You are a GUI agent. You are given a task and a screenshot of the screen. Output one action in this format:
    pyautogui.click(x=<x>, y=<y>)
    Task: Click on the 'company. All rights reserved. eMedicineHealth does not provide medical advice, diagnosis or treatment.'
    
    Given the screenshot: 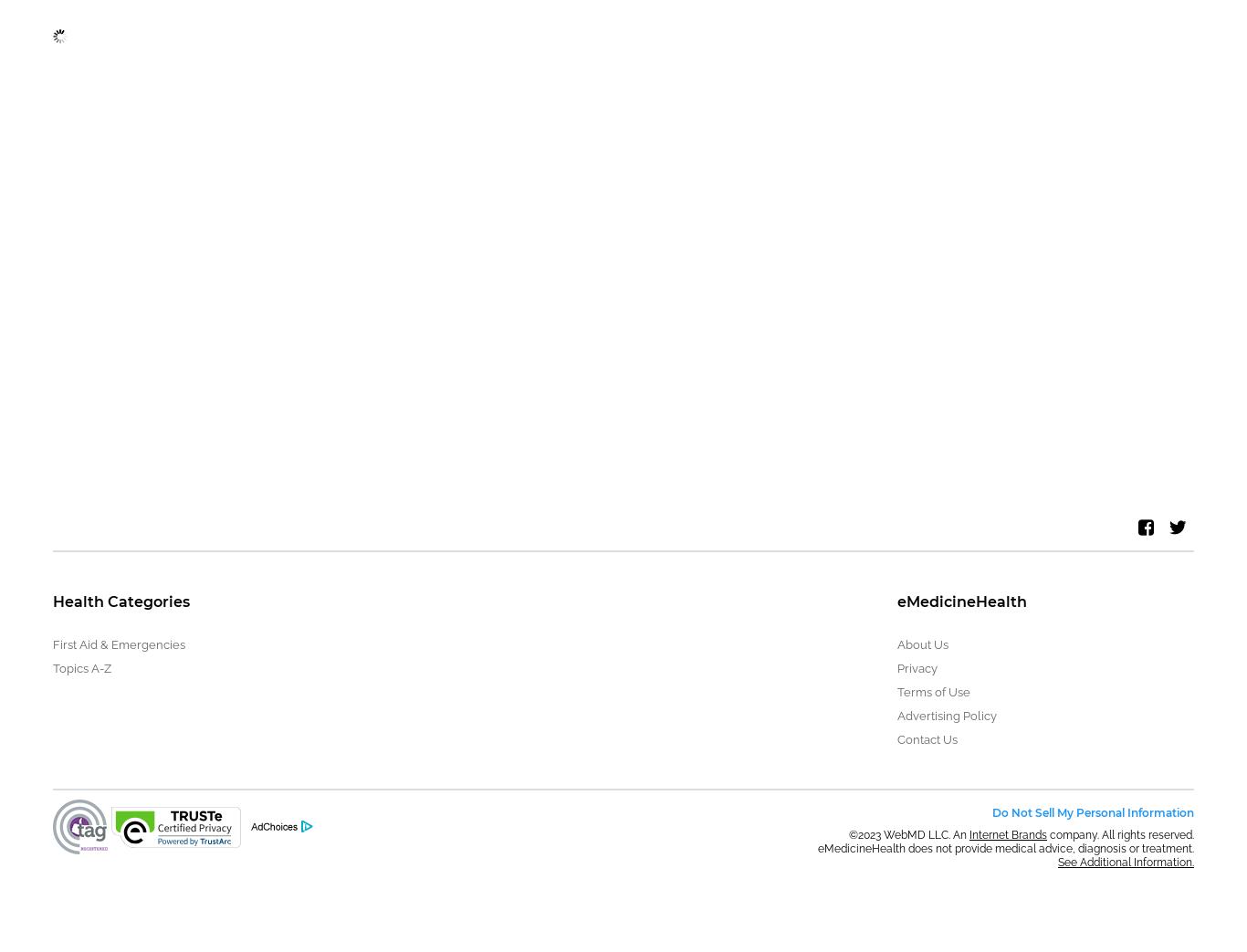 What is the action you would take?
    pyautogui.click(x=1004, y=841)
    